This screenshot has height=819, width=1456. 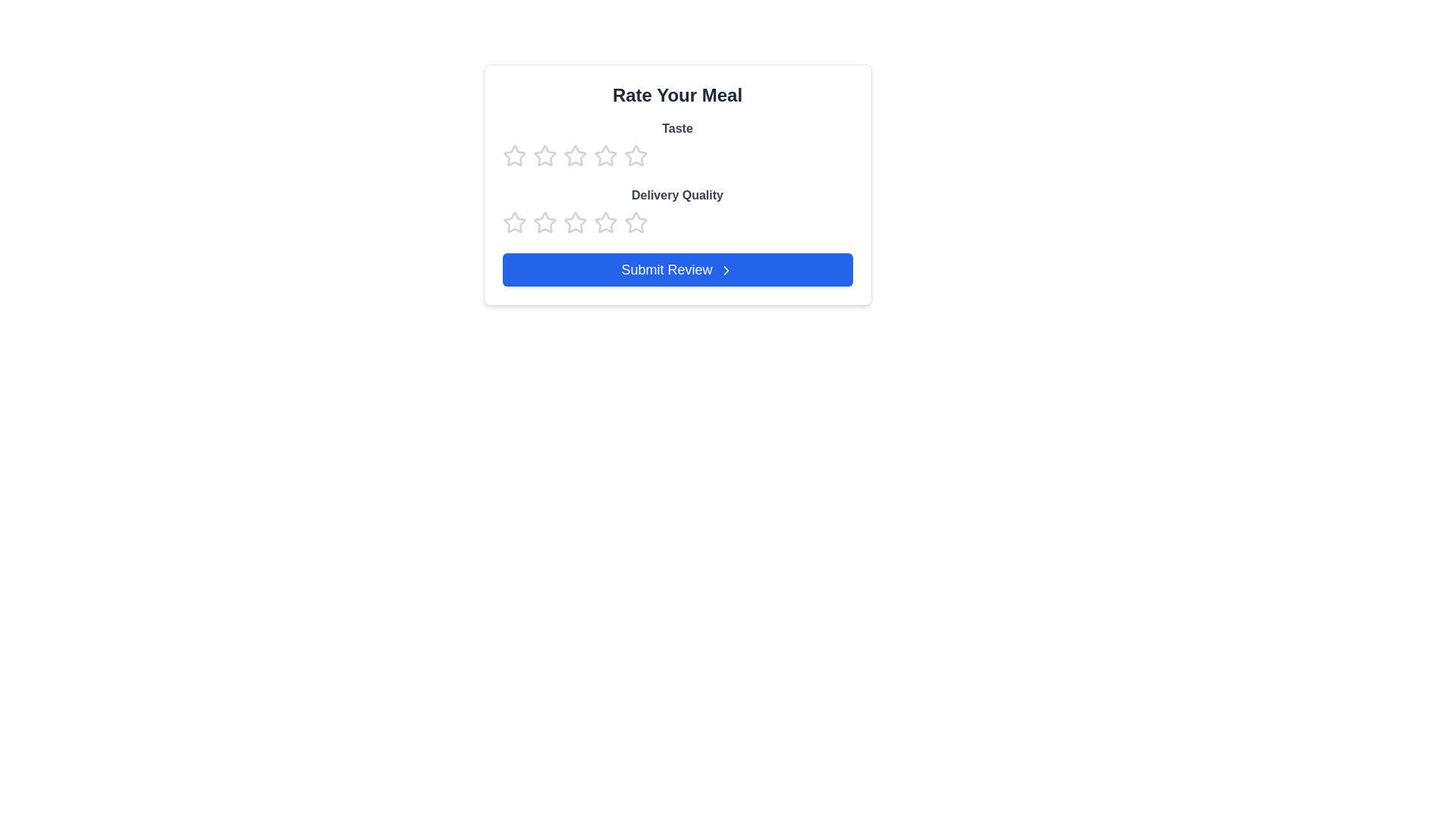 What do you see at coordinates (574, 222) in the screenshot?
I see `the fourth star icon in the 'Delivery Quality' section` at bounding box center [574, 222].